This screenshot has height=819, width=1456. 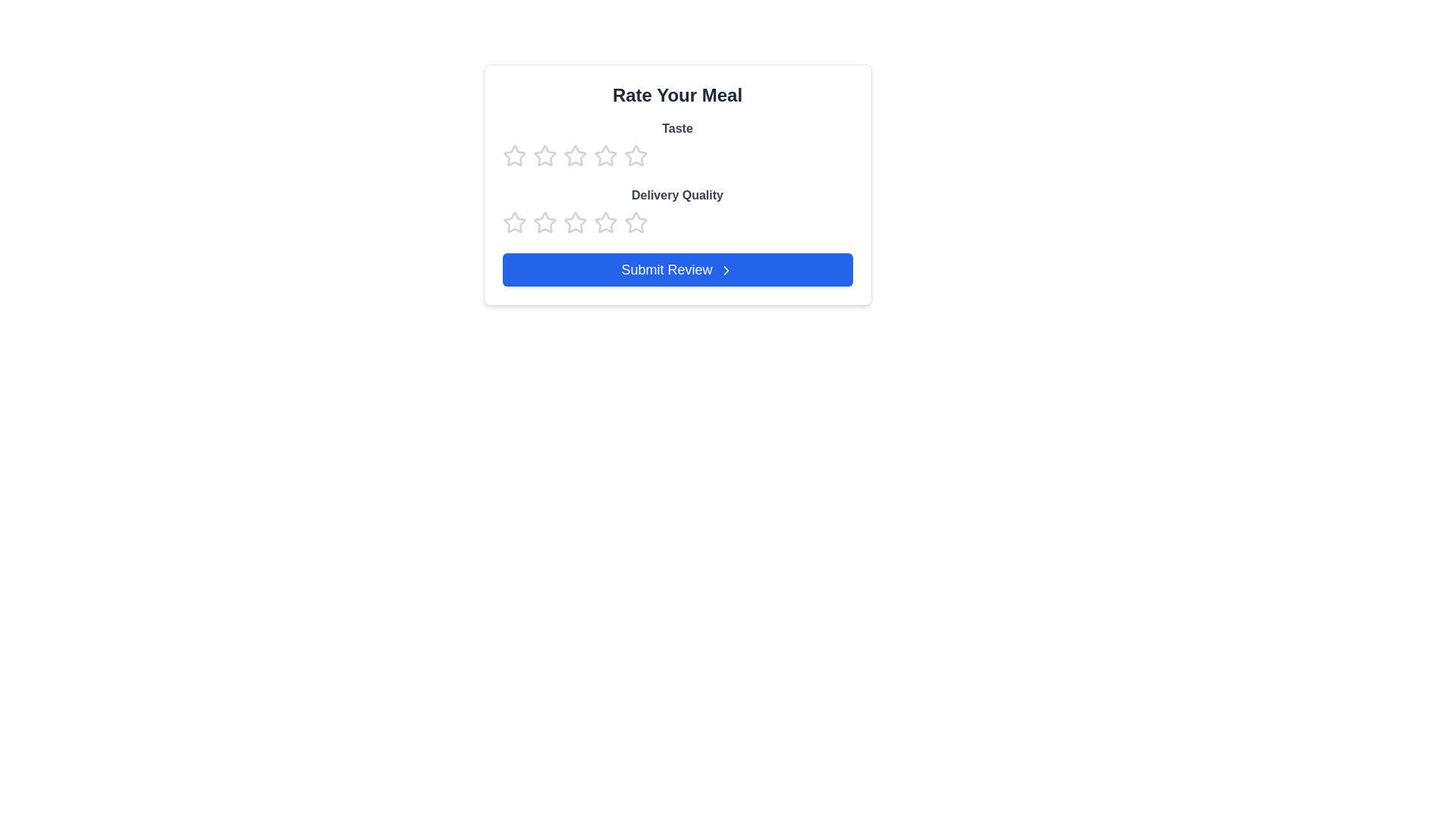 What do you see at coordinates (574, 222) in the screenshot?
I see `the fourth star icon in the 'Delivery Quality' section` at bounding box center [574, 222].